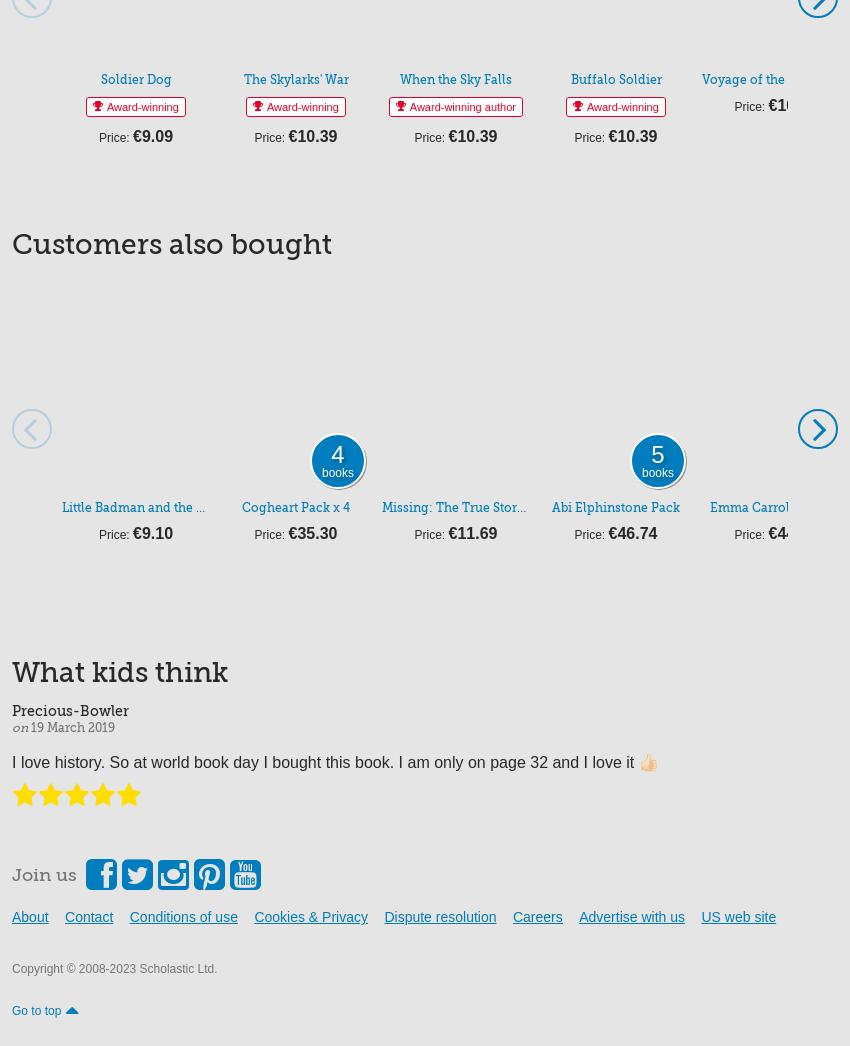 The image size is (850, 1046). I want to click on 'Dispute resolution', so click(438, 917).